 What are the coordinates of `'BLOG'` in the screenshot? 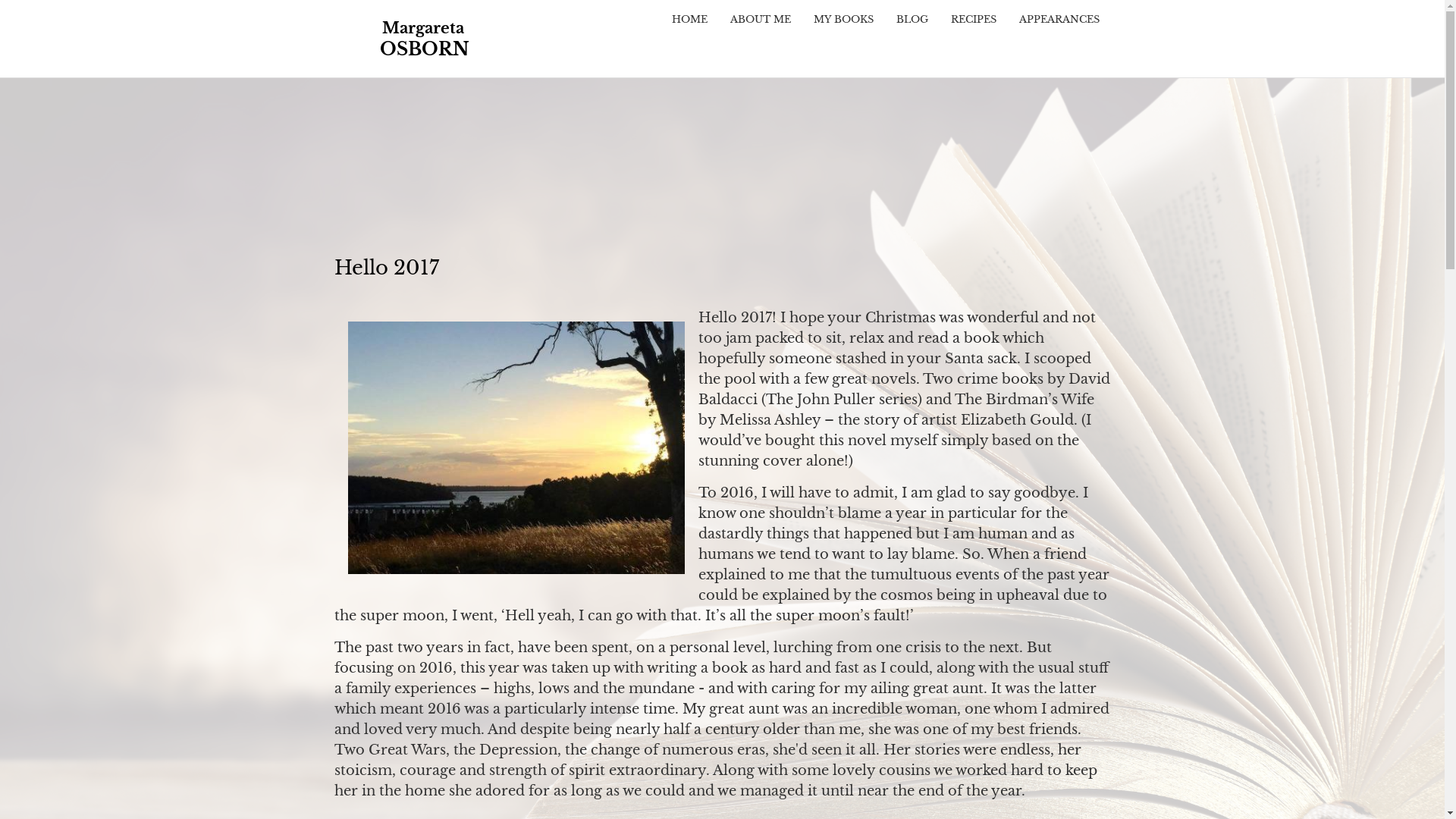 It's located at (910, 19).